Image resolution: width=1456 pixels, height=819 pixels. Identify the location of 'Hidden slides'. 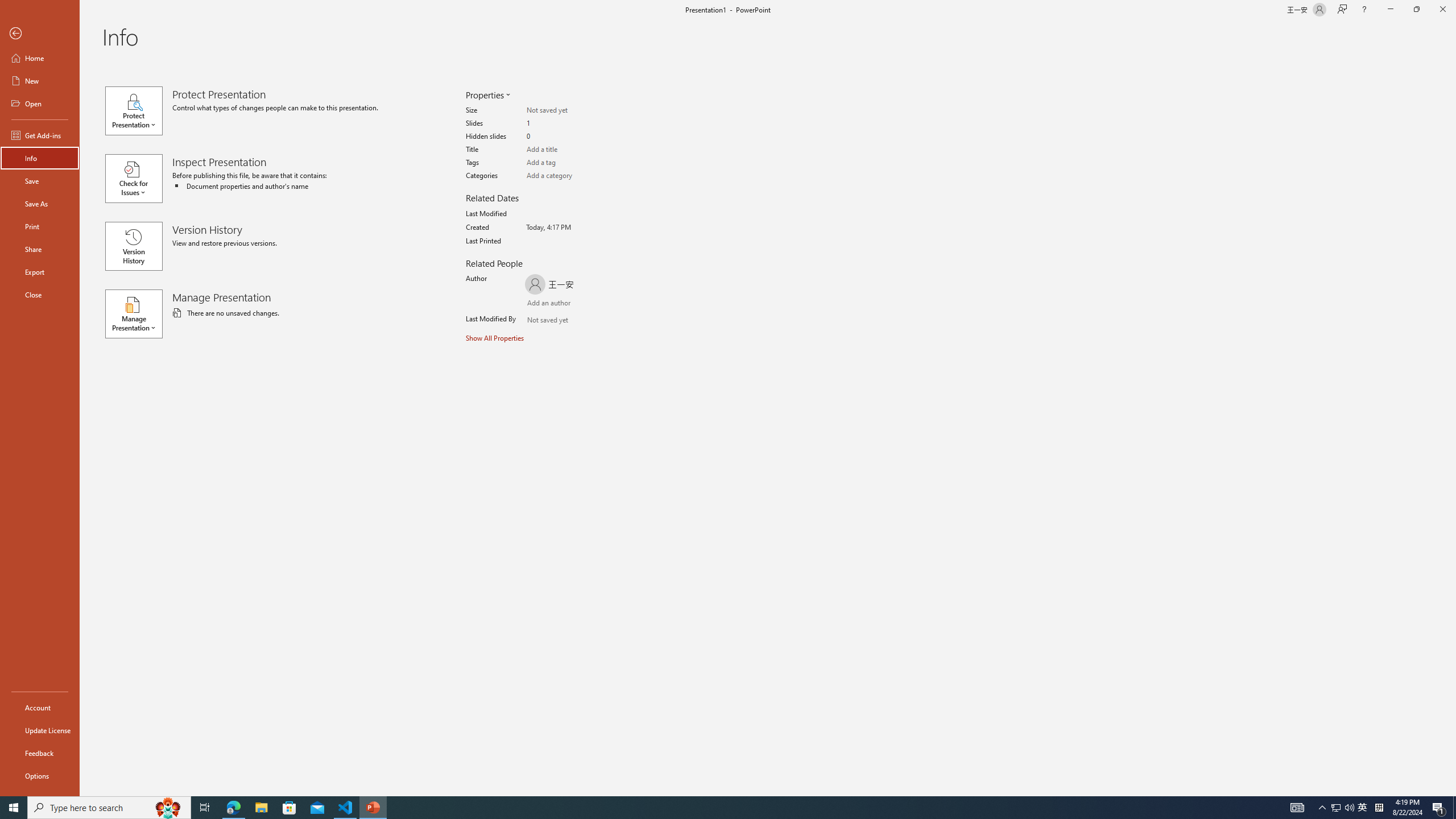
(570, 136).